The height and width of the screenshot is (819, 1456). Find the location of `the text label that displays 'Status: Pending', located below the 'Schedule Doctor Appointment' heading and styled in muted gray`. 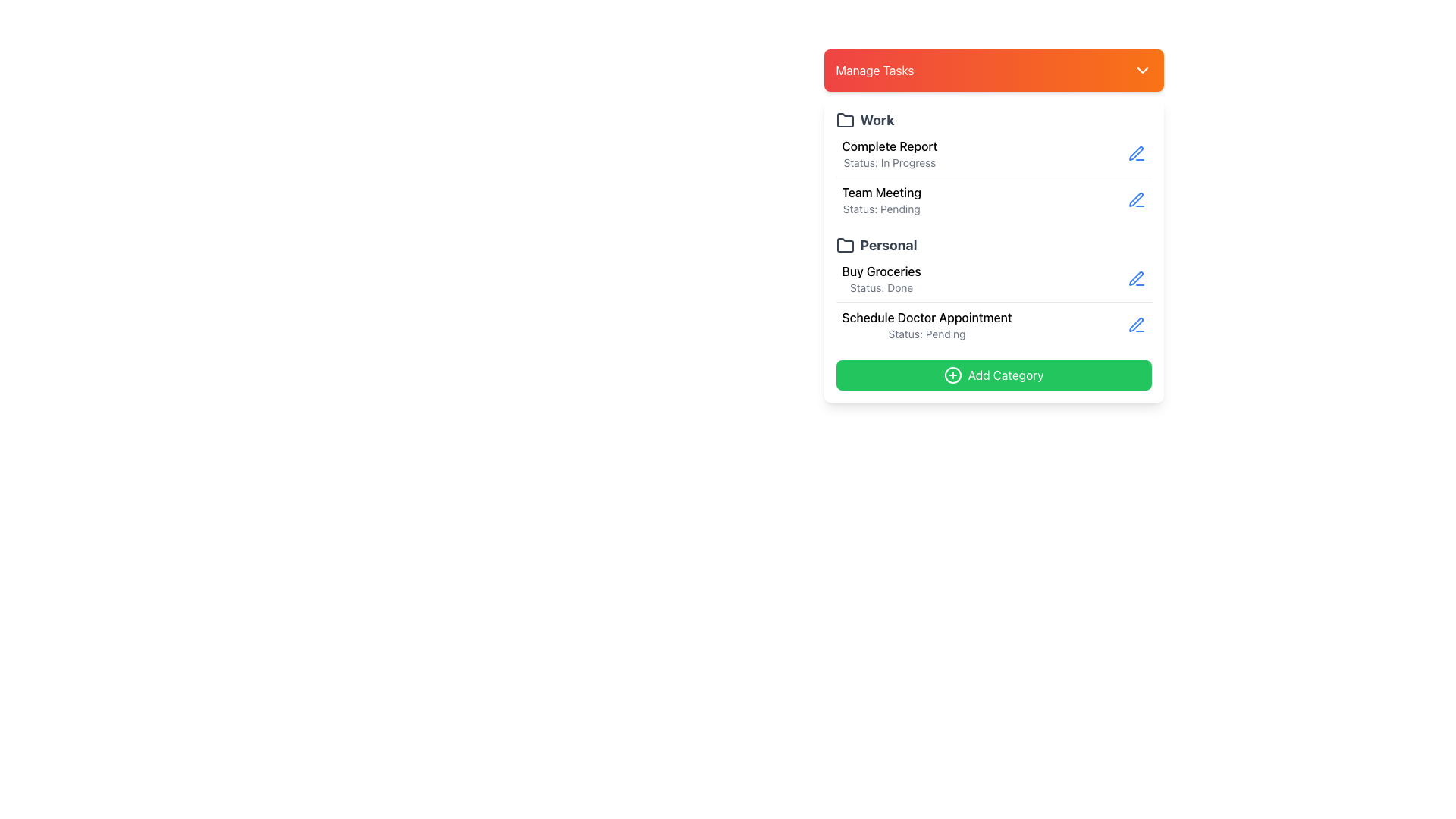

the text label that displays 'Status: Pending', located below the 'Schedule Doctor Appointment' heading and styled in muted gray is located at coordinates (926, 333).